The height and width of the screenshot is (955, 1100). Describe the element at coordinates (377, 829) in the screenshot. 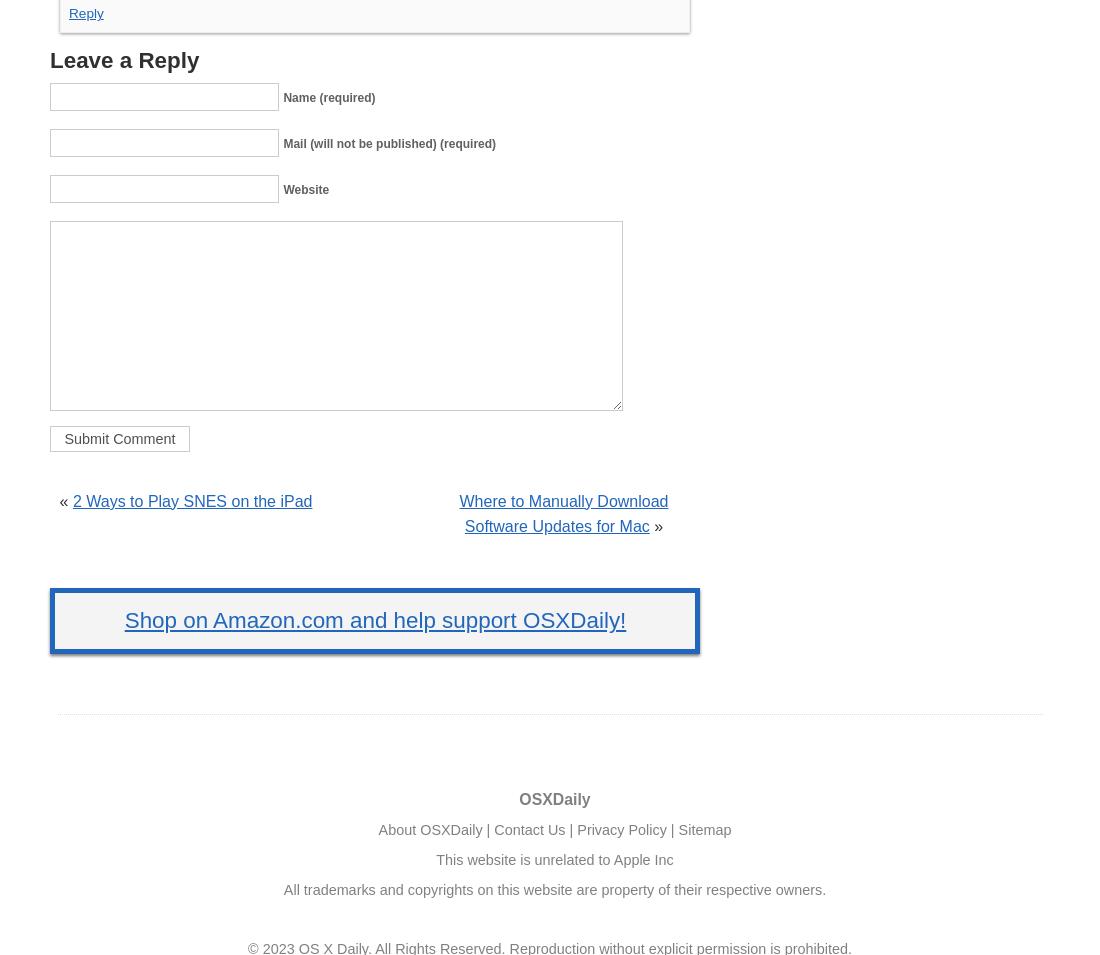

I see `'About OSXDaily'` at that location.